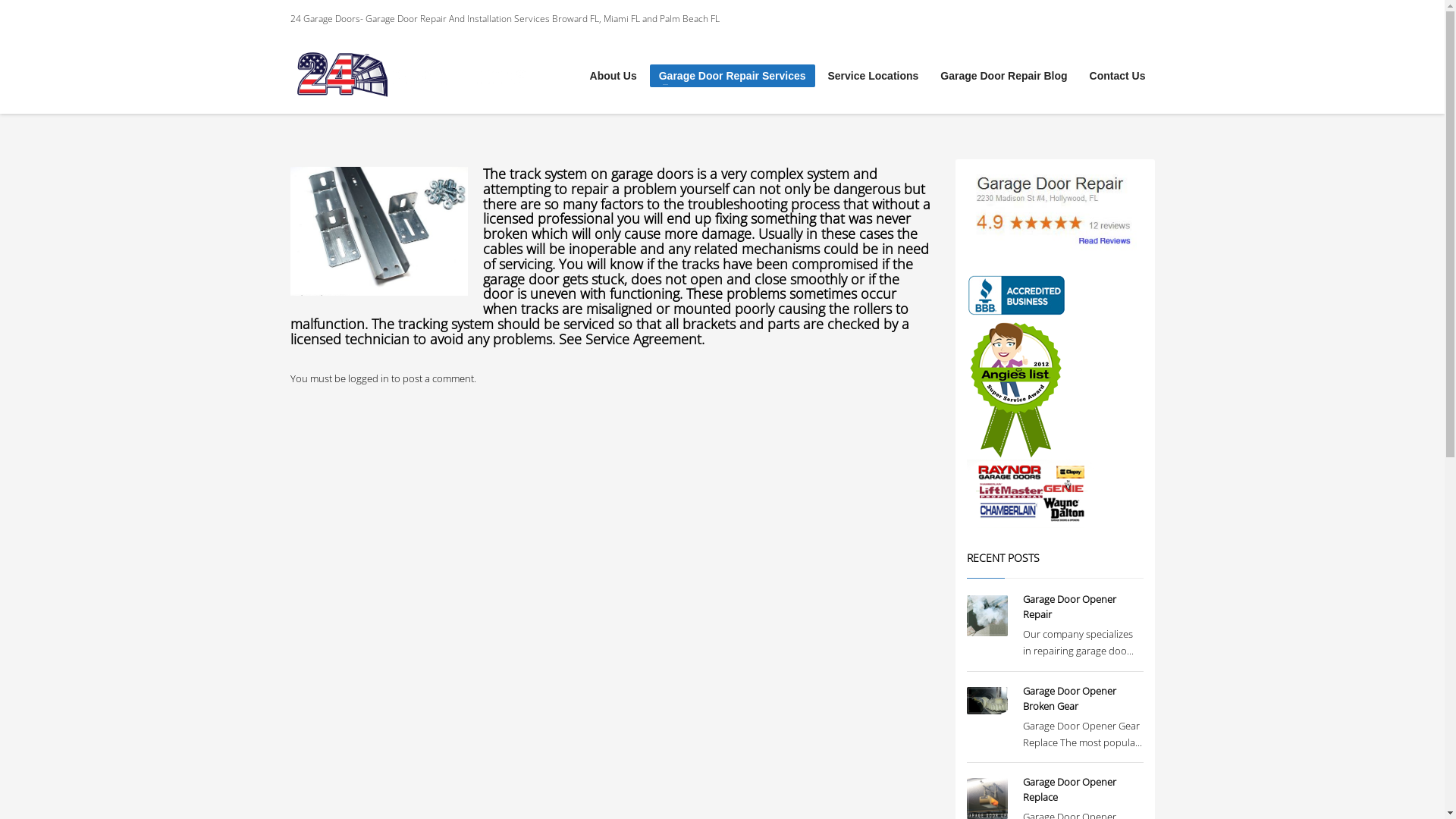 This screenshot has width=1456, height=819. What do you see at coordinates (874, 76) in the screenshot?
I see `'Service Locations'` at bounding box center [874, 76].